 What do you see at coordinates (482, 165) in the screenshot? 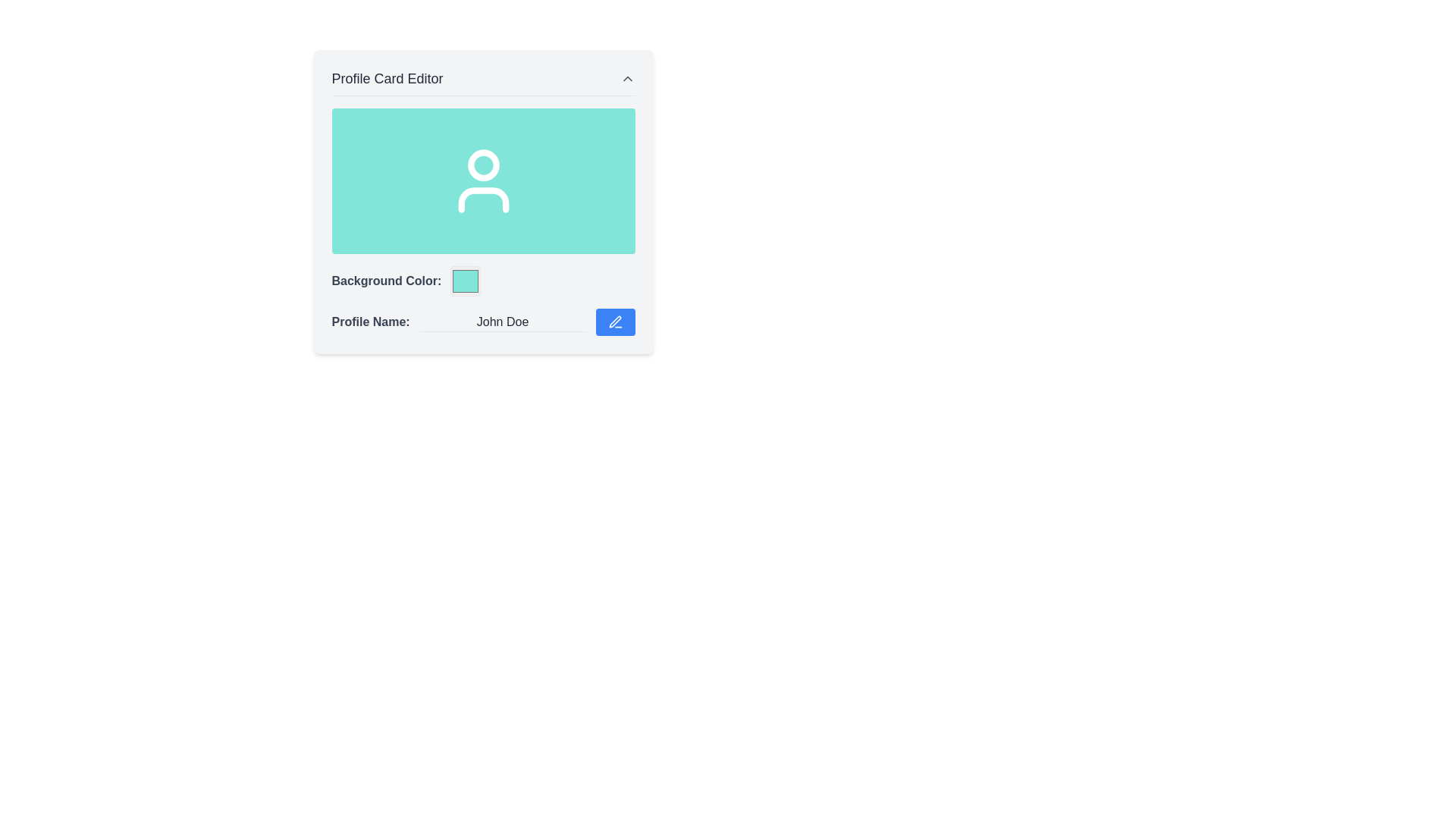
I see `the circular graphical element that represents the head of a user icon, which is centered in the profile card editor interface against a teal background` at bounding box center [482, 165].